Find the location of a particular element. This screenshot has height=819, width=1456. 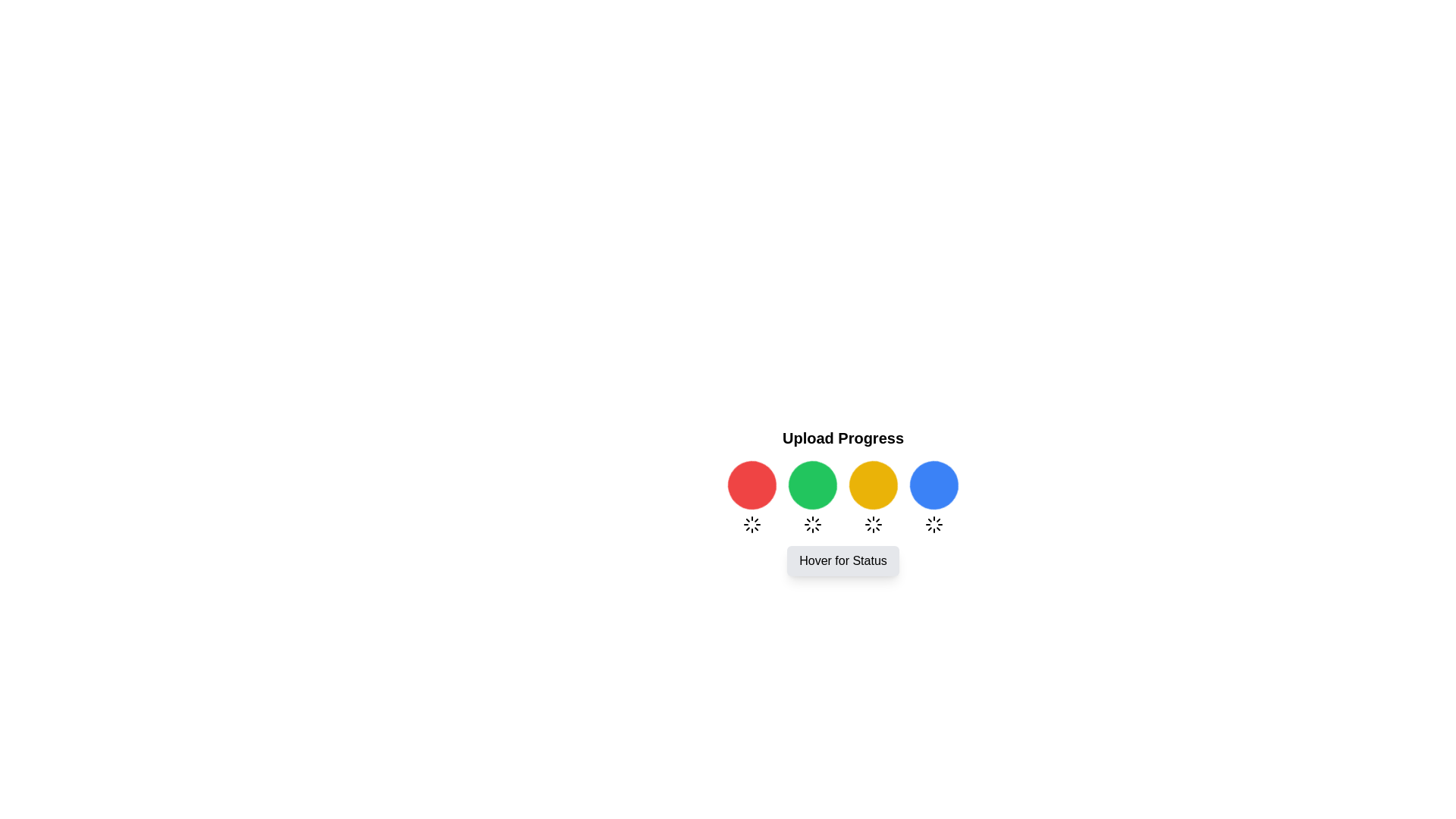

the 'Hover for Status' button at the bottom of the Progress Indicator with Action Button is located at coordinates (843, 502).